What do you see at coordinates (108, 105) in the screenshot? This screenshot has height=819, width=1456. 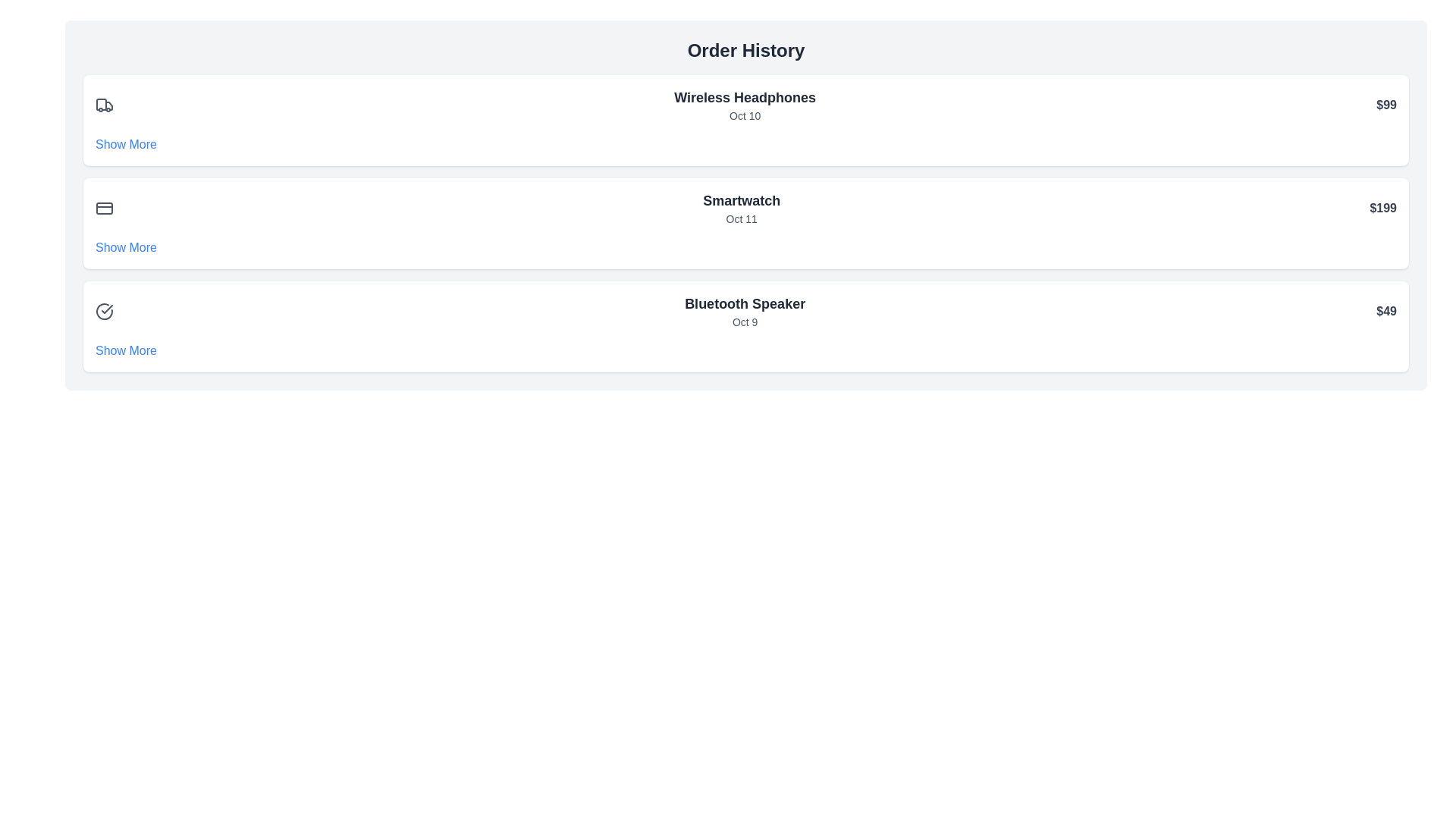 I see `the truck rear section icon located in the top-left corner of the first card in the 'Order History' list` at bounding box center [108, 105].